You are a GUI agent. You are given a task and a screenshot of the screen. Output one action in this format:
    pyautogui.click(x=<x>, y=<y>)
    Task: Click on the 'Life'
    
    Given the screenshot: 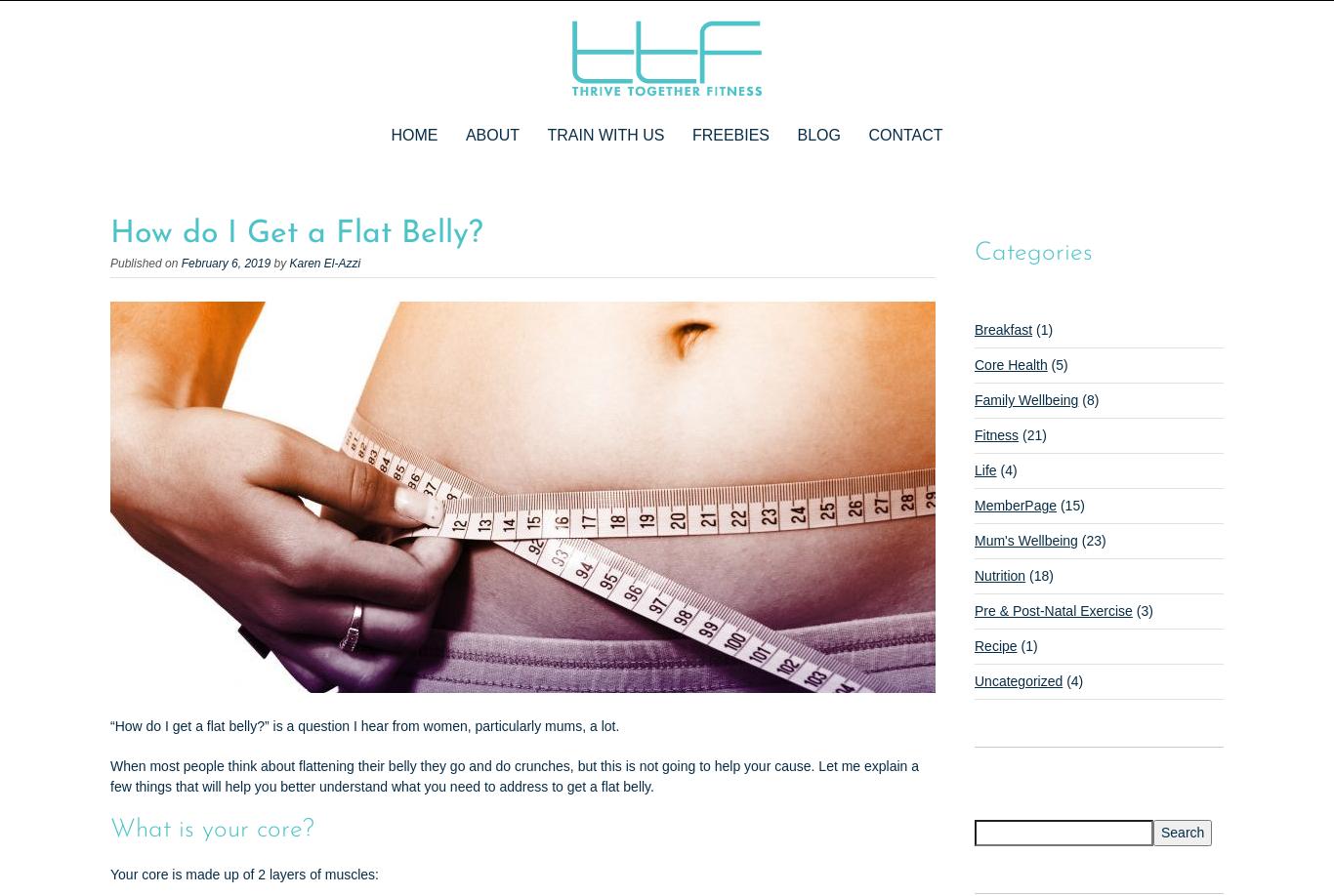 What is the action you would take?
    pyautogui.click(x=974, y=470)
    